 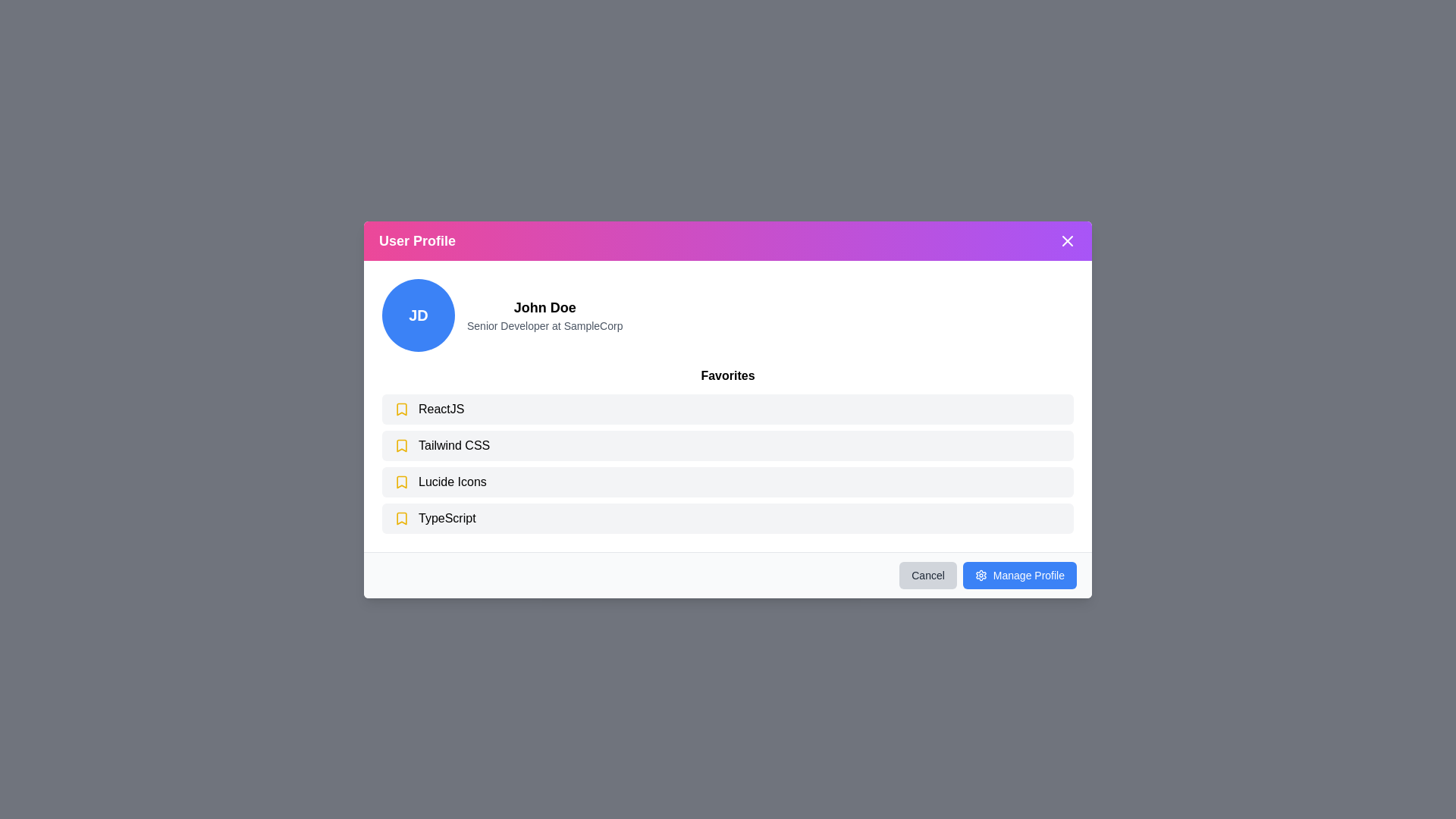 What do you see at coordinates (1066, 240) in the screenshot?
I see `the X-close icon located in the top-right corner of the modal dialog beside the 'User Profile' title bar` at bounding box center [1066, 240].